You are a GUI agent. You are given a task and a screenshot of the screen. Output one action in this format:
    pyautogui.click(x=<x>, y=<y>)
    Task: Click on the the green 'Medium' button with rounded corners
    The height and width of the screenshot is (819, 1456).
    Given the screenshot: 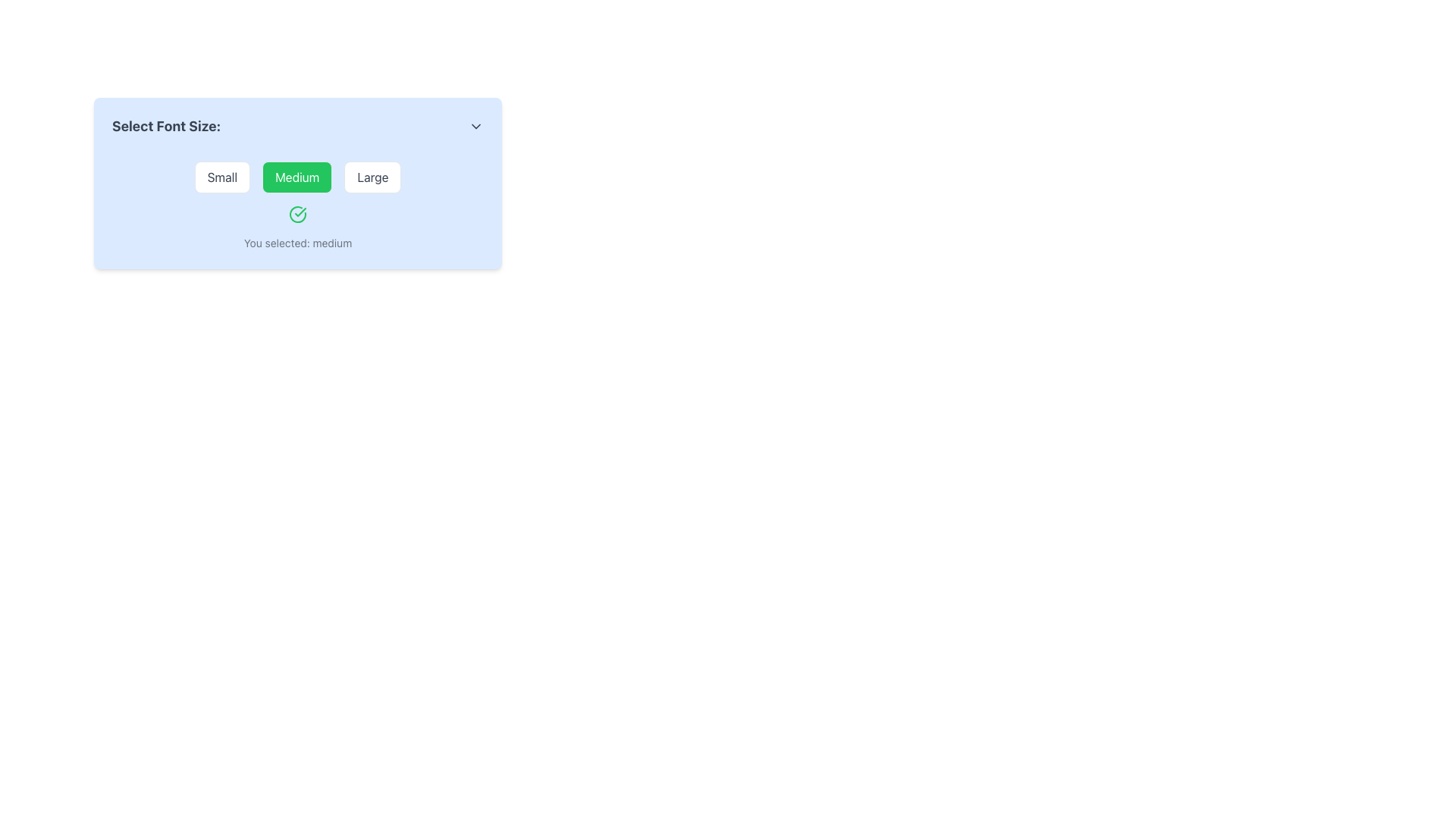 What is the action you would take?
    pyautogui.click(x=297, y=177)
    